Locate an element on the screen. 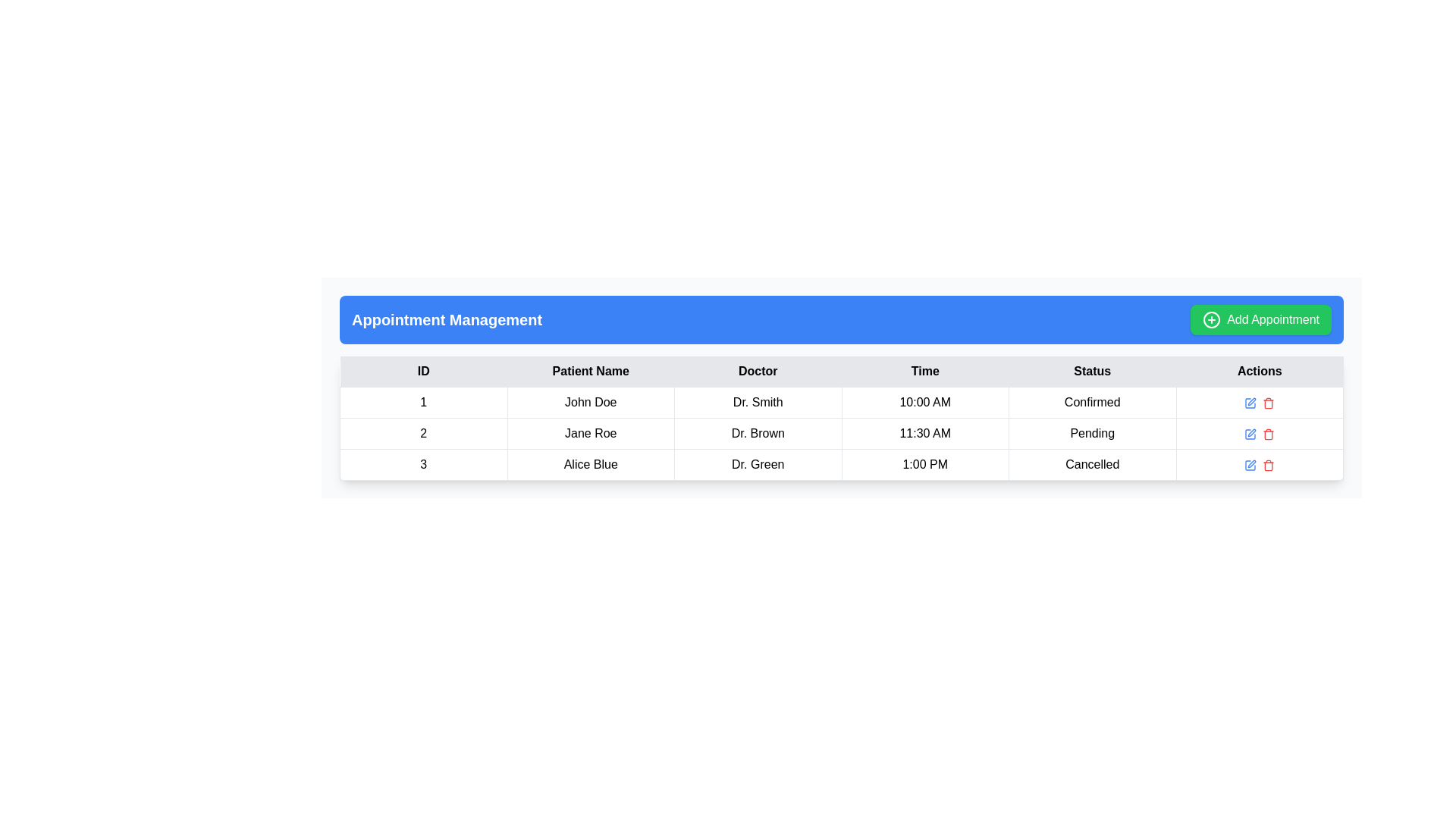  the table cell that displays the text 'Jane Roe' located in the 'Patient Name' column of the second row is located at coordinates (590, 433).